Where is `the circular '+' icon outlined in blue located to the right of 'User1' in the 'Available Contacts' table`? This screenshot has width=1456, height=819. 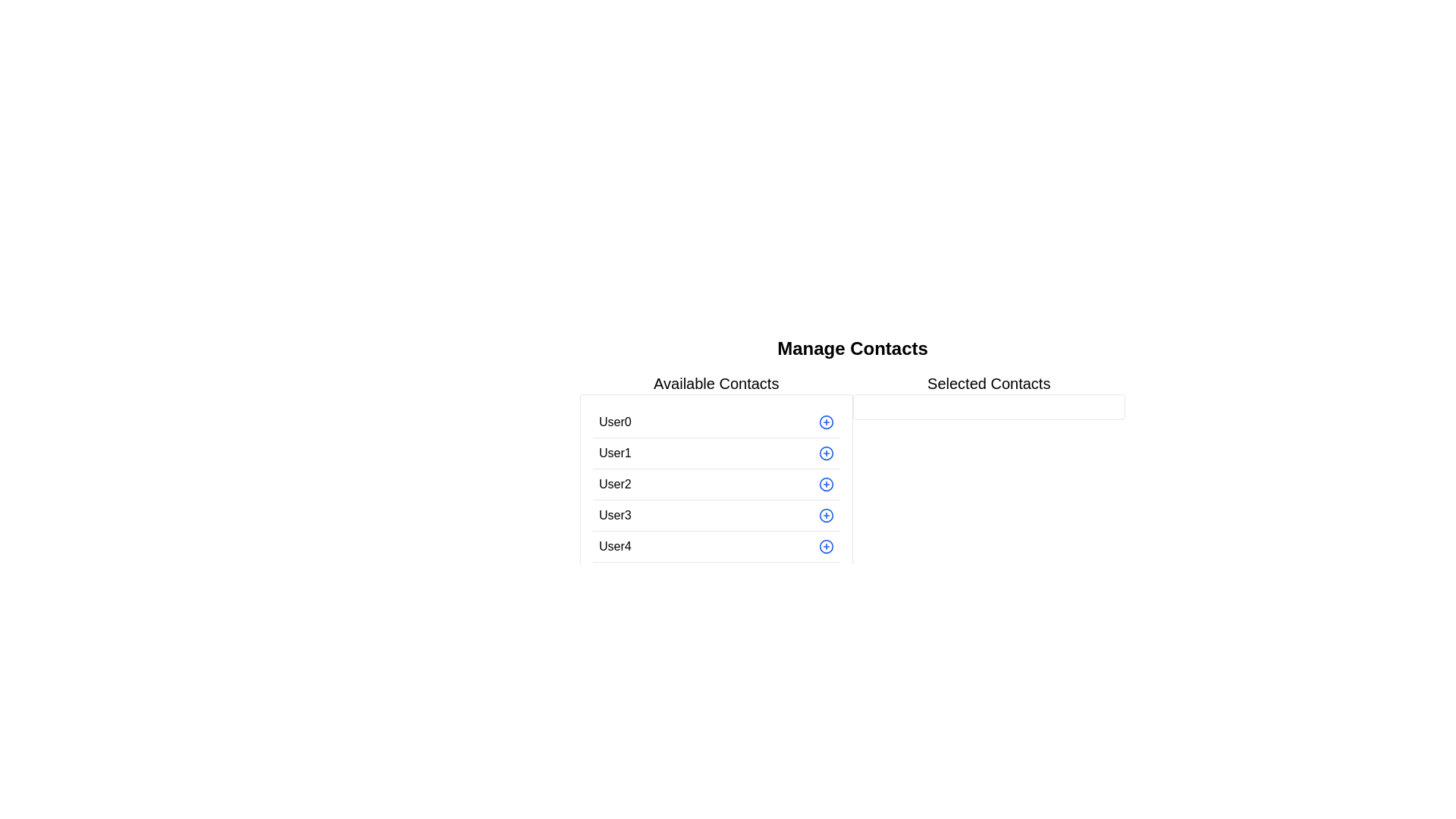
the circular '+' icon outlined in blue located to the right of 'User1' in the 'Available Contacts' table is located at coordinates (825, 452).